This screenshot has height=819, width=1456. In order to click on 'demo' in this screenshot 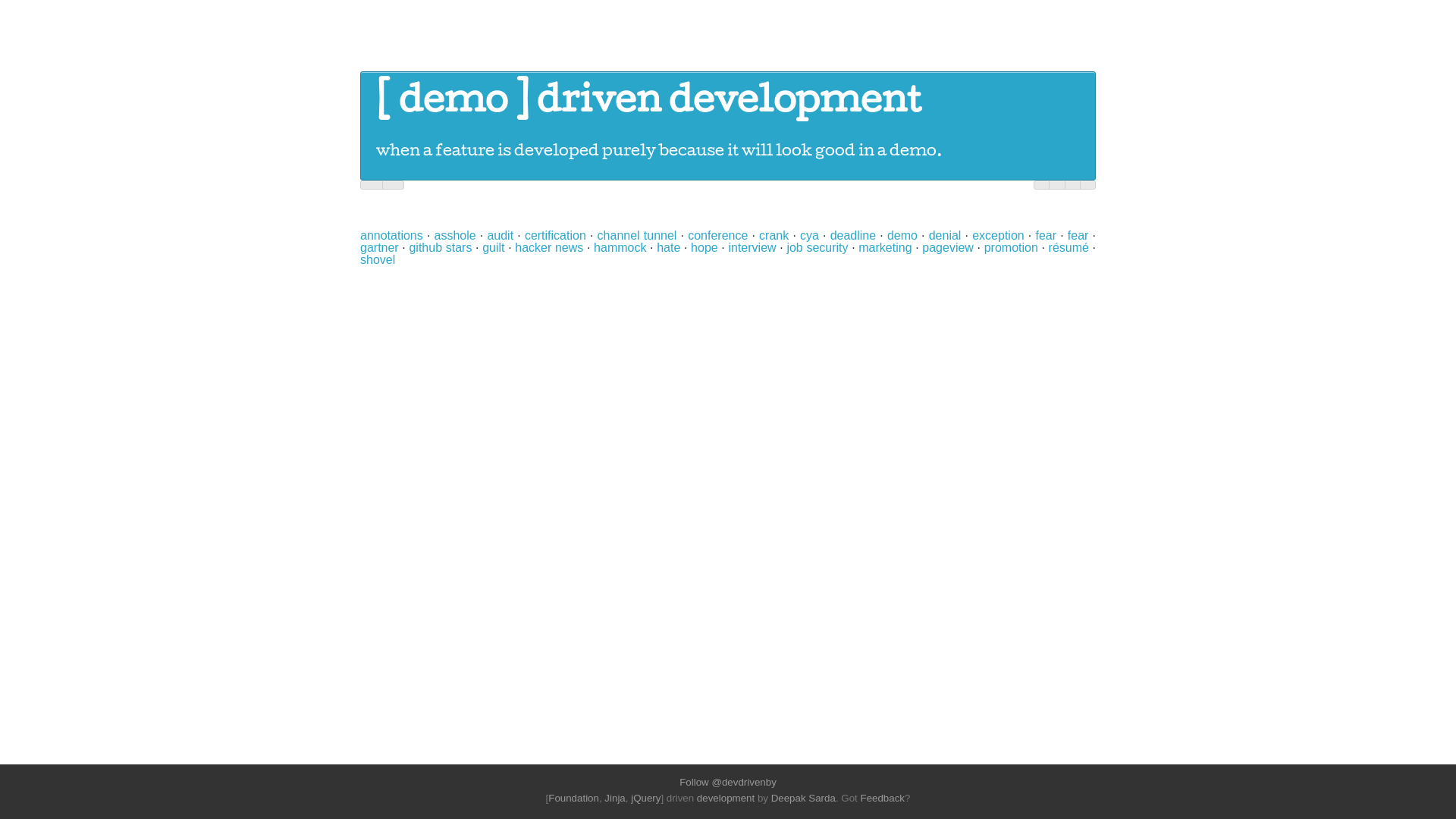, I will do `click(902, 235)`.